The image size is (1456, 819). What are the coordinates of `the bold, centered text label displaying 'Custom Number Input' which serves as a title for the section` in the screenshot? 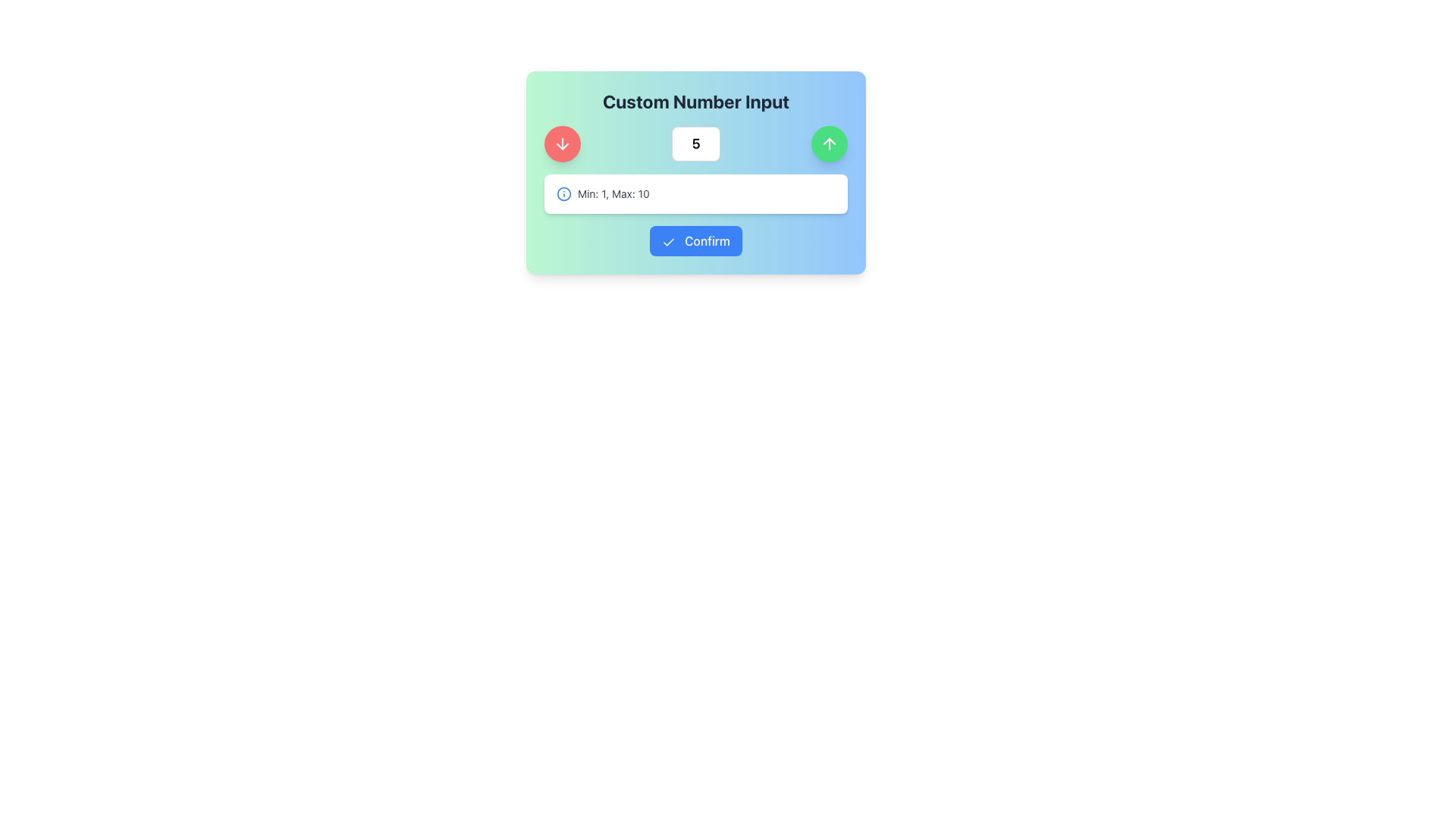 It's located at (695, 102).